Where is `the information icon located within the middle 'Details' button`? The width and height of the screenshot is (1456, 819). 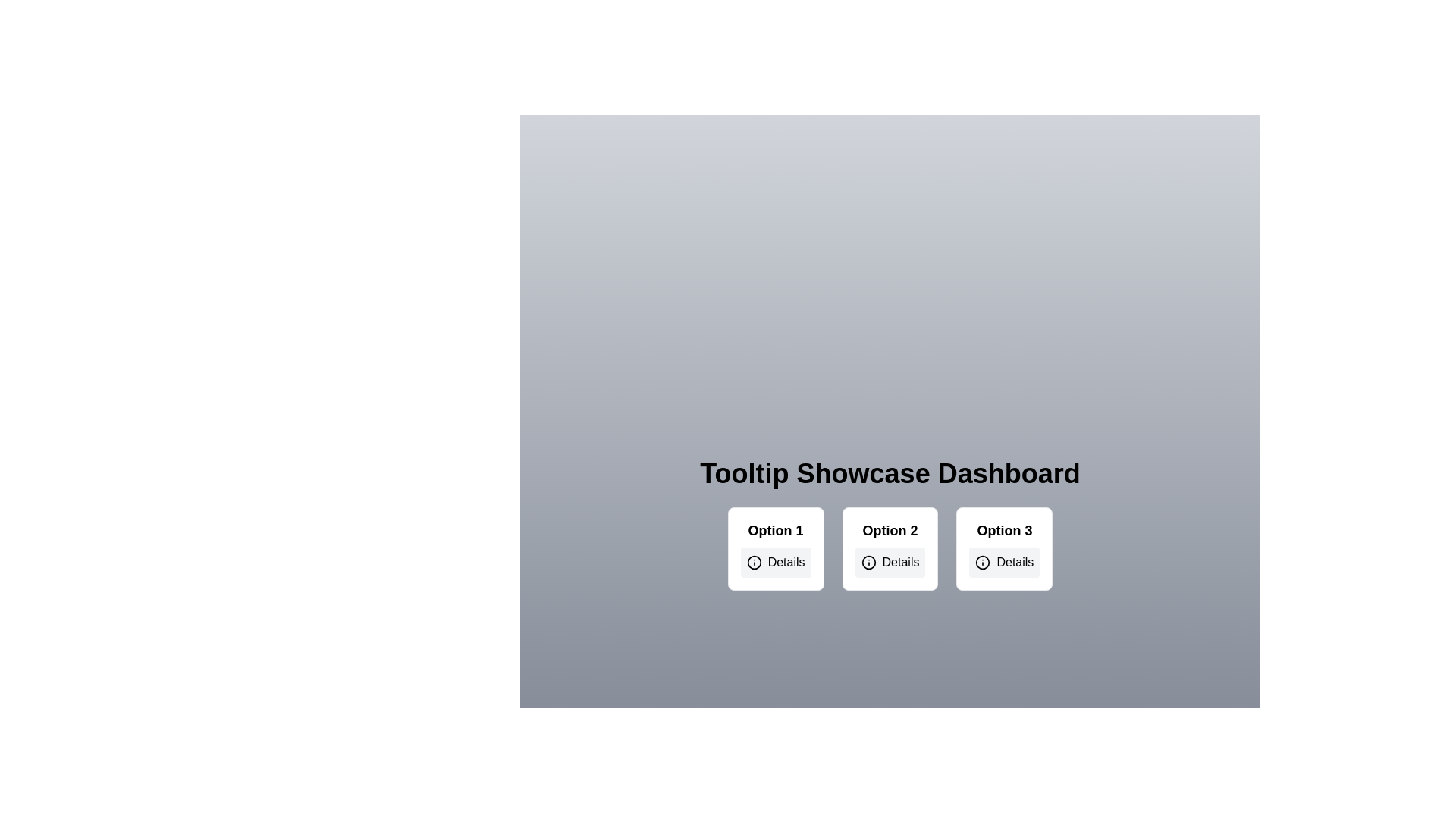 the information icon located within the middle 'Details' button is located at coordinates (868, 562).